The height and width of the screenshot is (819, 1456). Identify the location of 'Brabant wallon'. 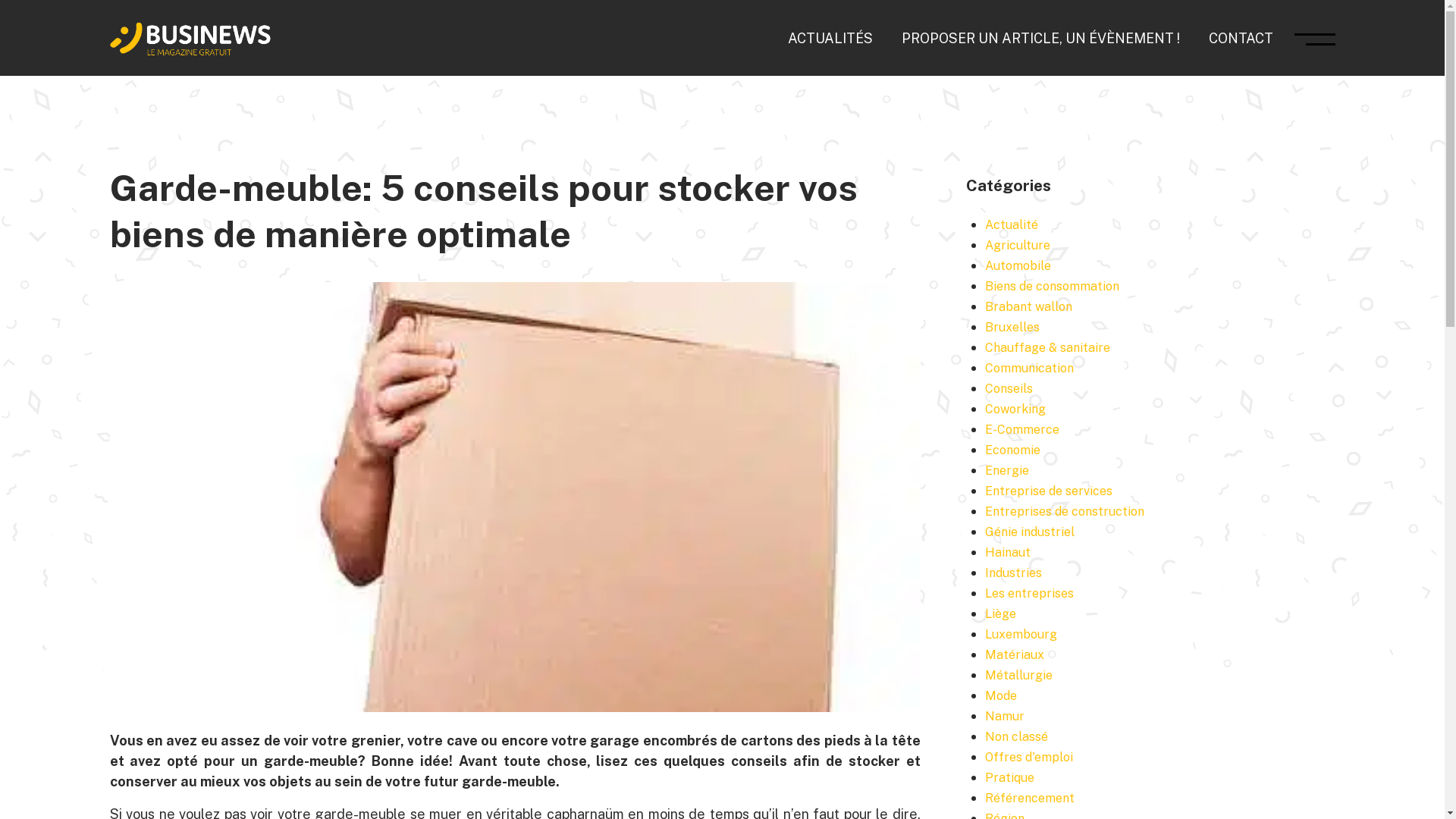
(1028, 306).